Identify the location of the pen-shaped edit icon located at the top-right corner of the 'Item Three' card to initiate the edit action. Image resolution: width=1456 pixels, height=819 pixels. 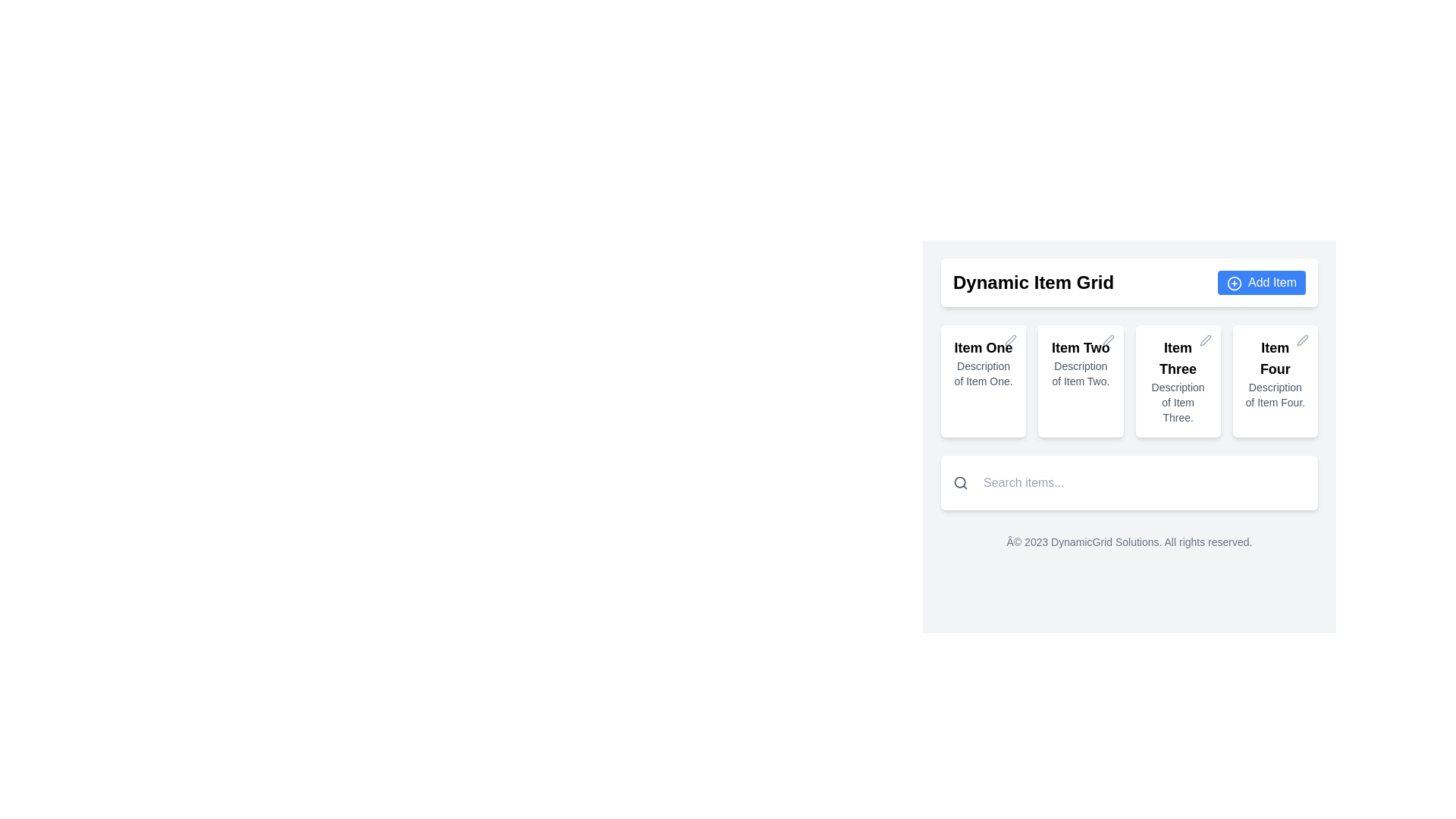
(1204, 339).